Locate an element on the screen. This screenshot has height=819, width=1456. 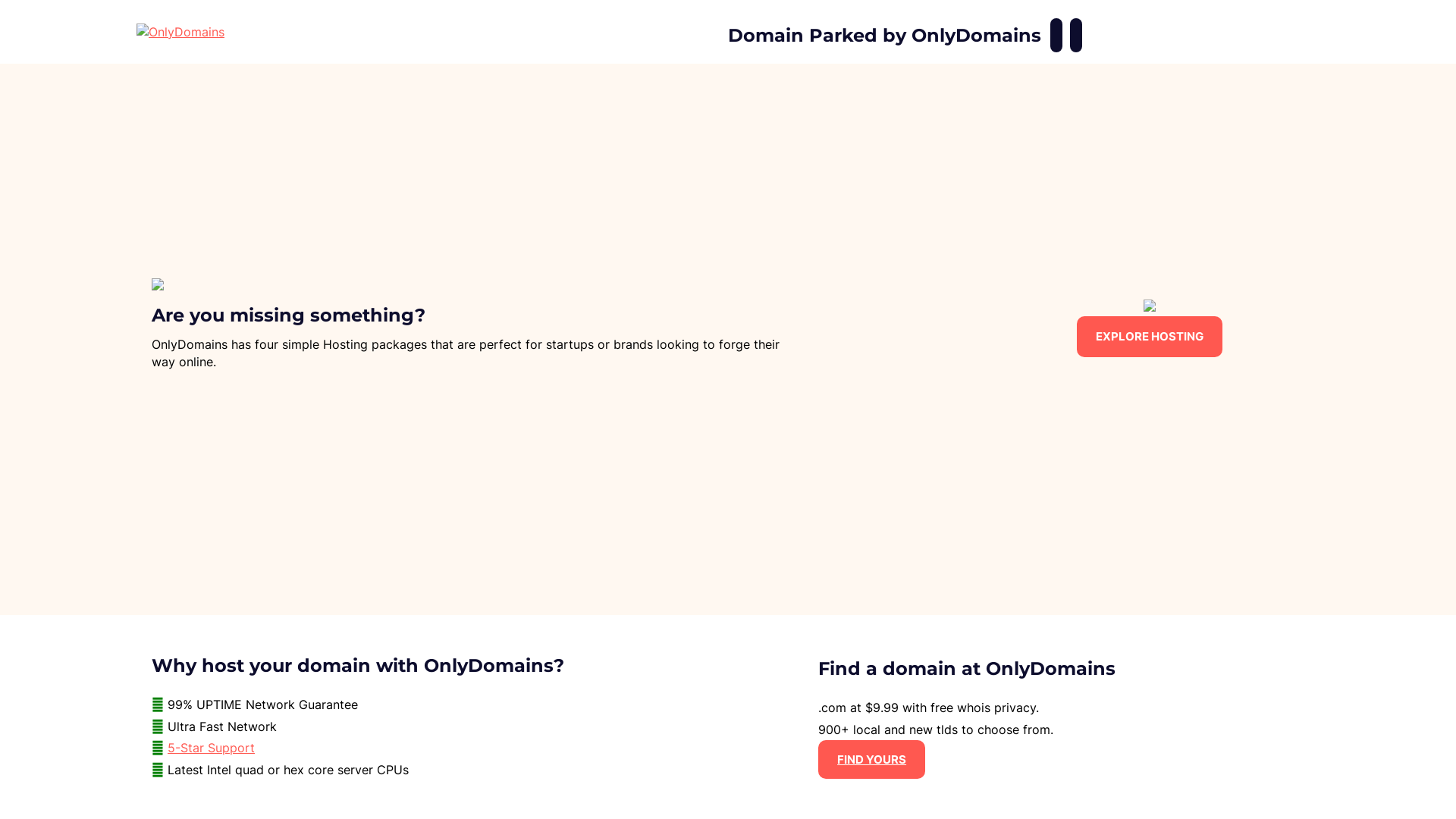
'OnlyDomains Facebook' is located at coordinates (1055, 34).